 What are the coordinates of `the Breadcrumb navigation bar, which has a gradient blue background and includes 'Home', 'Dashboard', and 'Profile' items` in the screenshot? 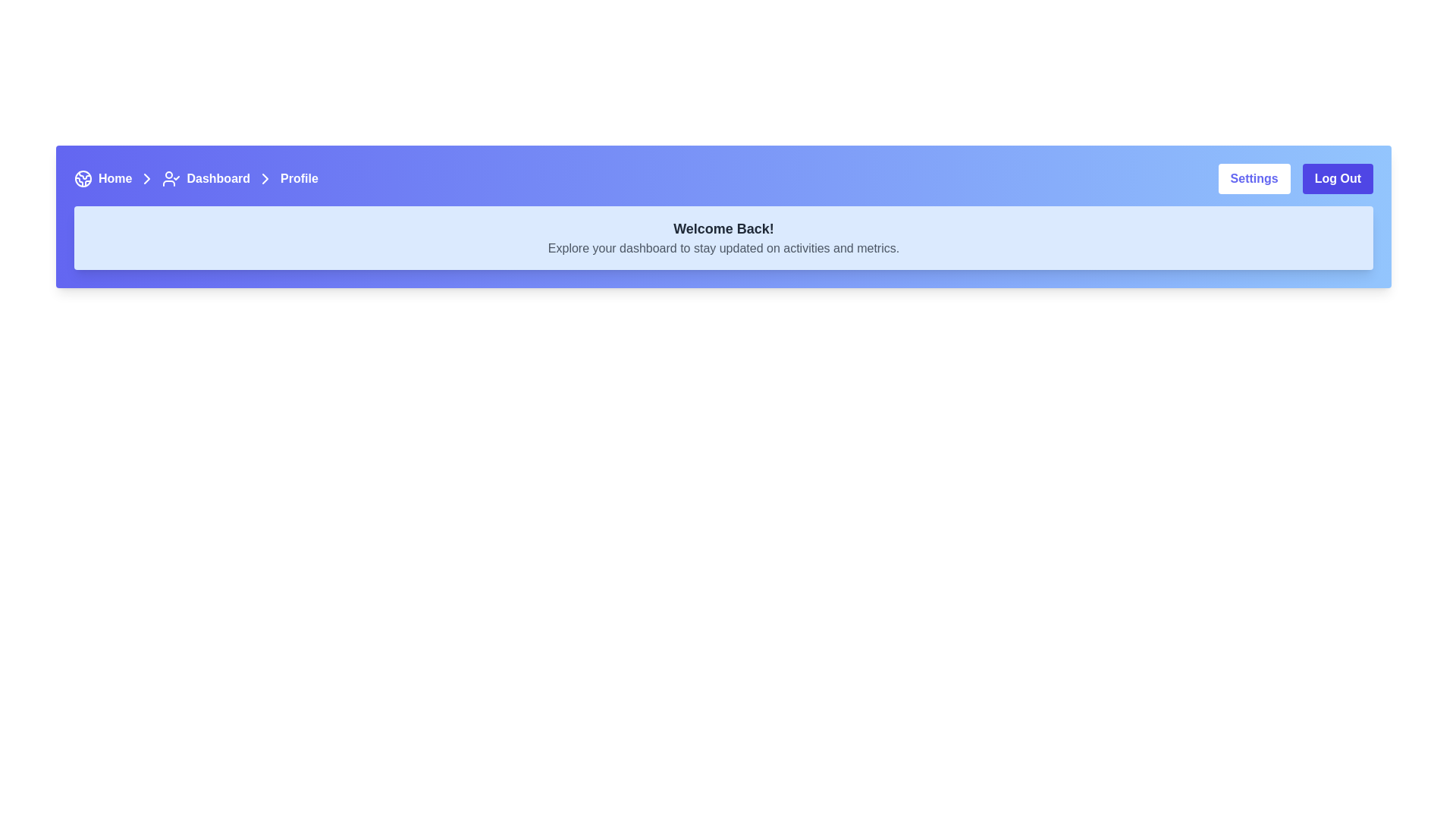 It's located at (723, 177).